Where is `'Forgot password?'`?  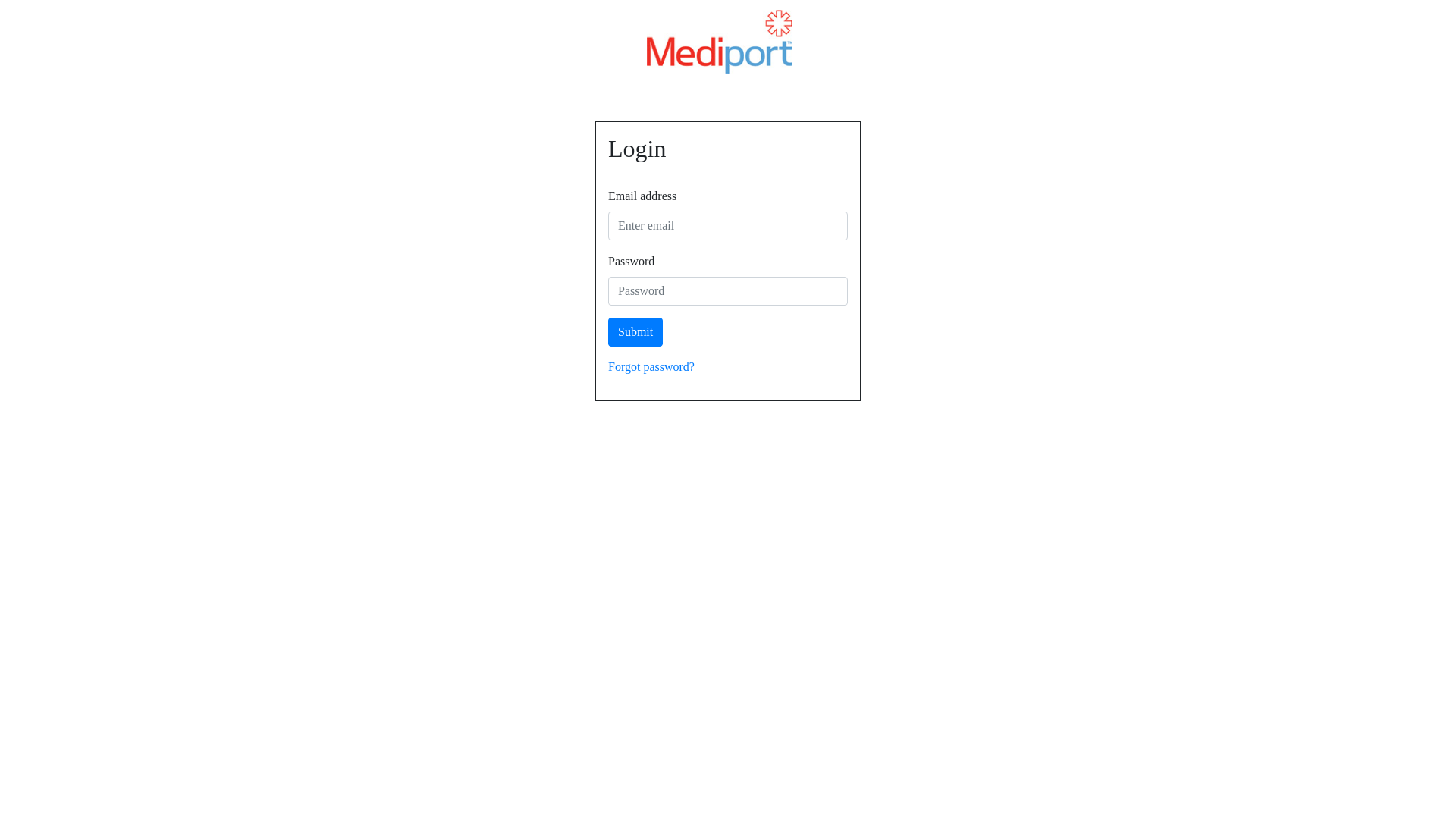
'Forgot password?' is located at coordinates (607, 366).